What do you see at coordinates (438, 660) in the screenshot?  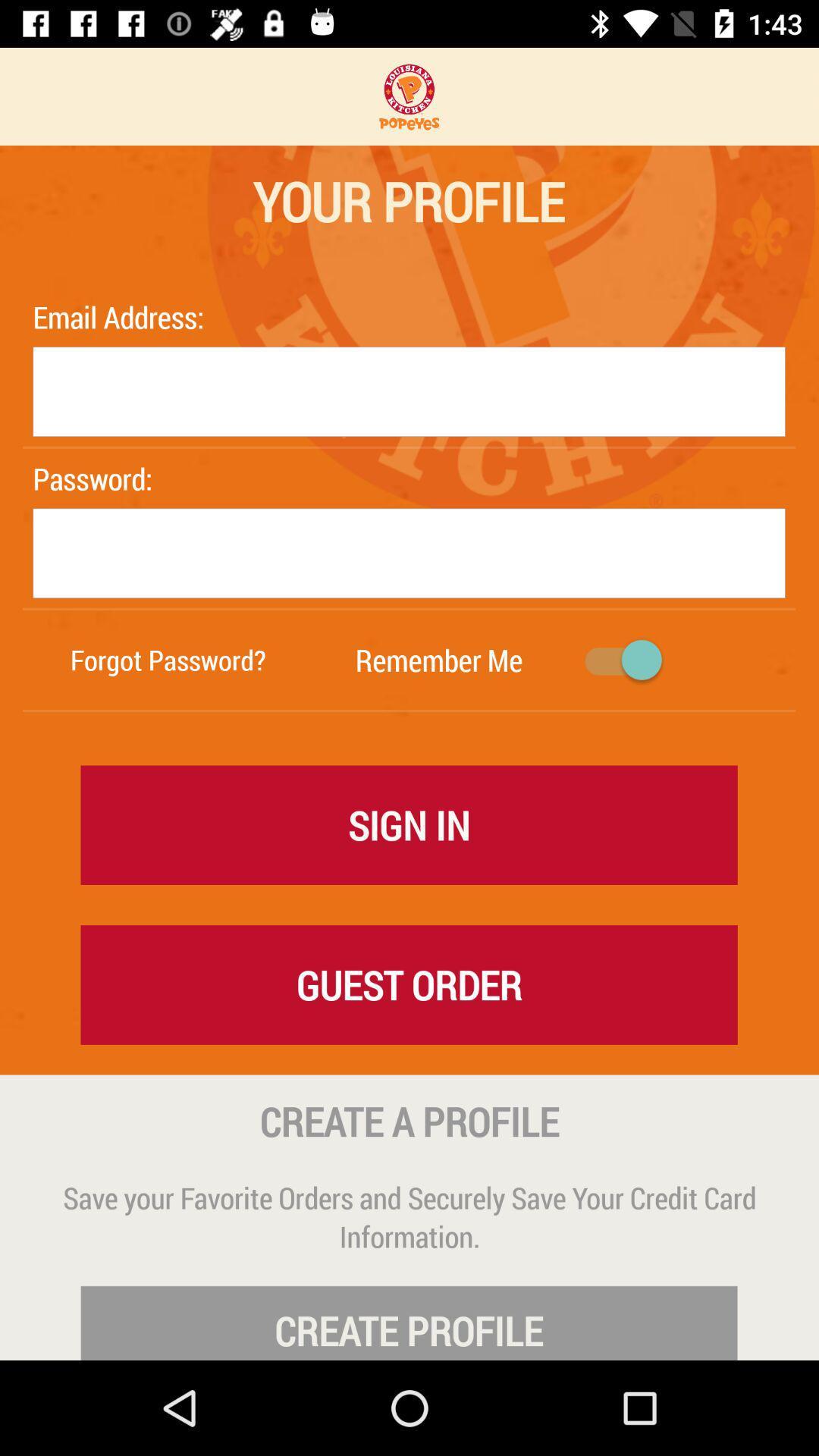 I see `the icon to the right of the forgot password? item` at bounding box center [438, 660].